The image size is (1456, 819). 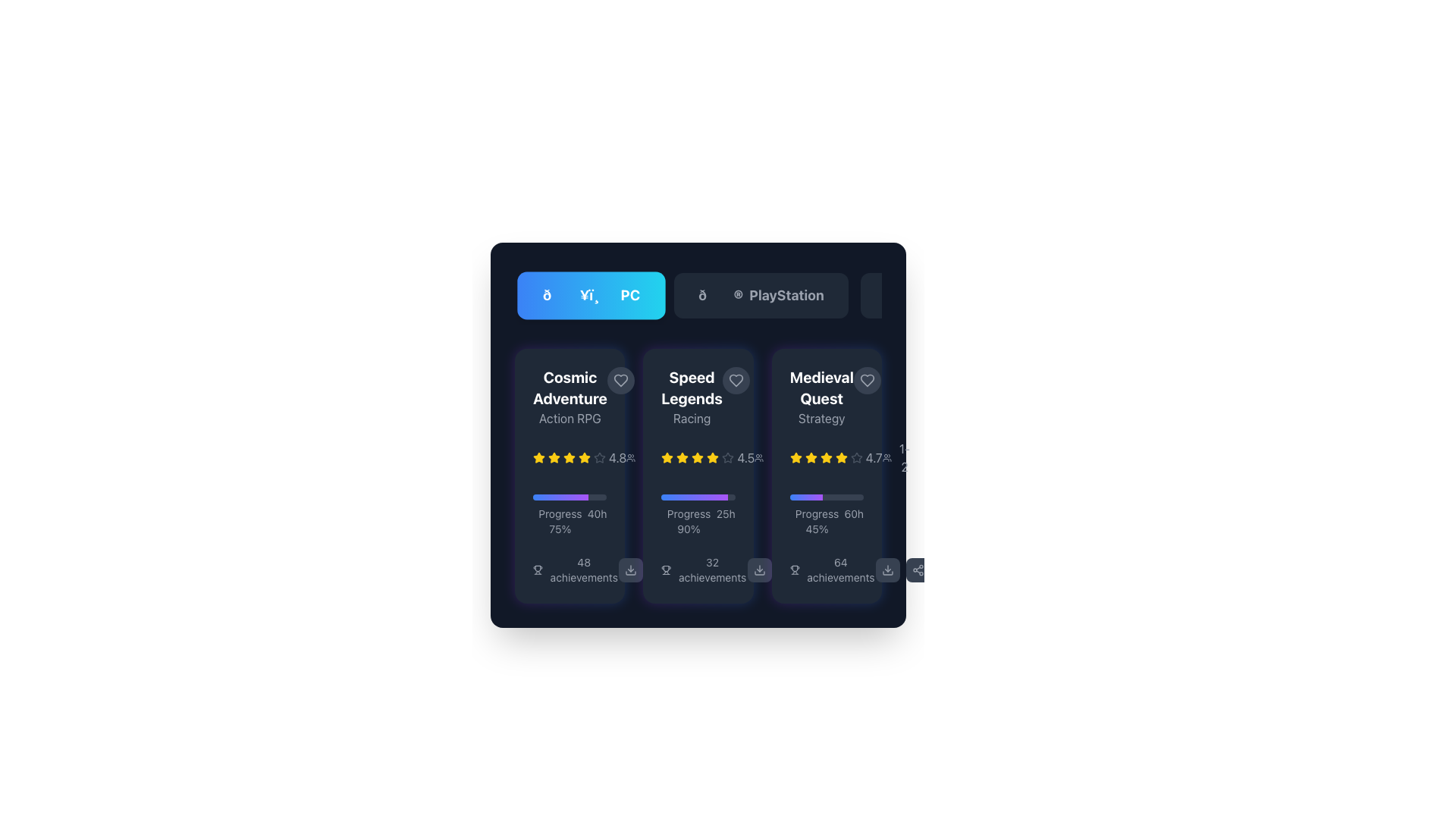 What do you see at coordinates (832, 570) in the screenshot?
I see `the text label displaying '64 achievements' accompanied by a trophy icon, located at the bottom-right corner of the 'Medieval Quest' card` at bounding box center [832, 570].